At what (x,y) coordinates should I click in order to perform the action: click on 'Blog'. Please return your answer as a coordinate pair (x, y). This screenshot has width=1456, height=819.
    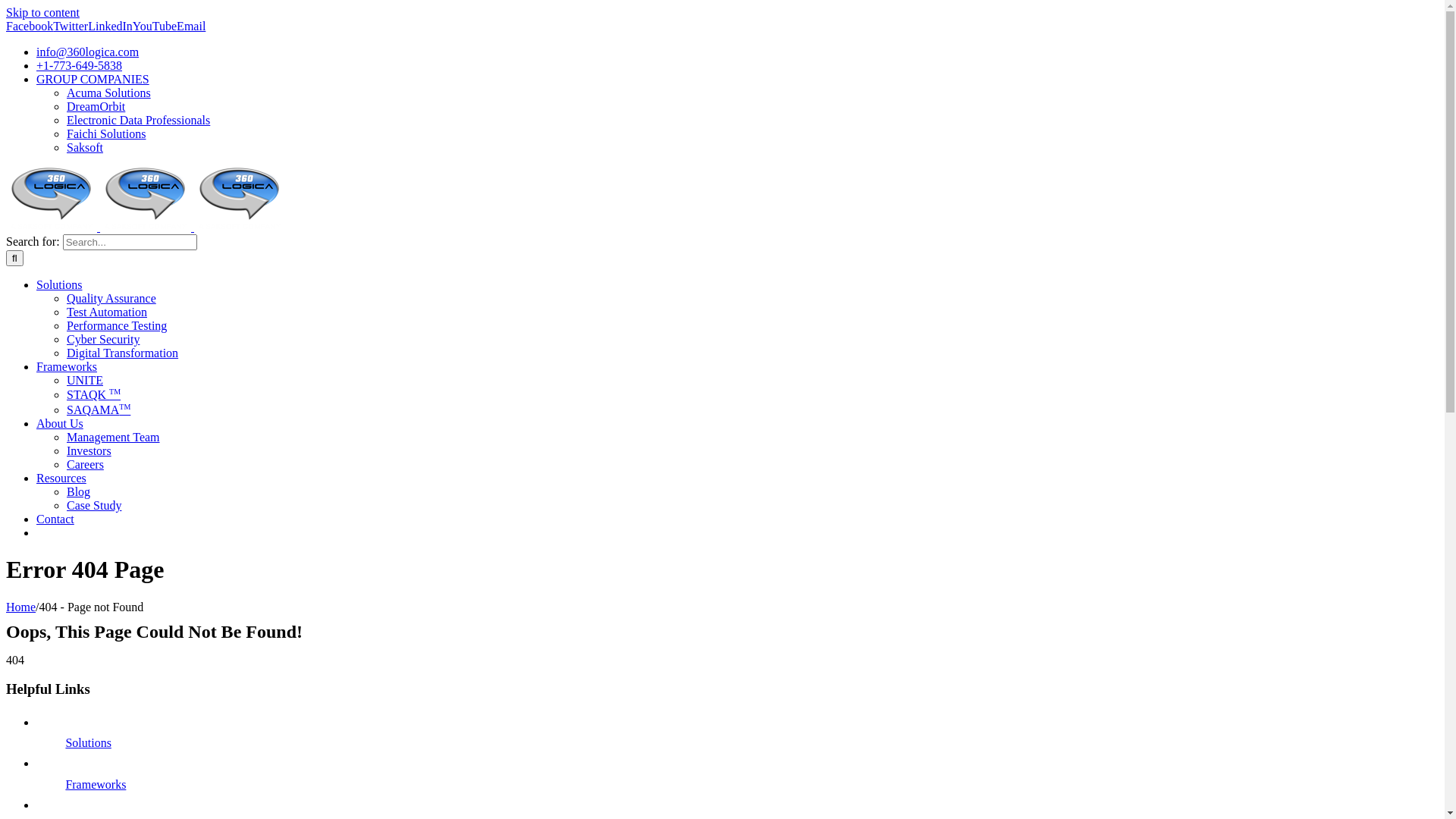
    Looking at the image, I should click on (77, 491).